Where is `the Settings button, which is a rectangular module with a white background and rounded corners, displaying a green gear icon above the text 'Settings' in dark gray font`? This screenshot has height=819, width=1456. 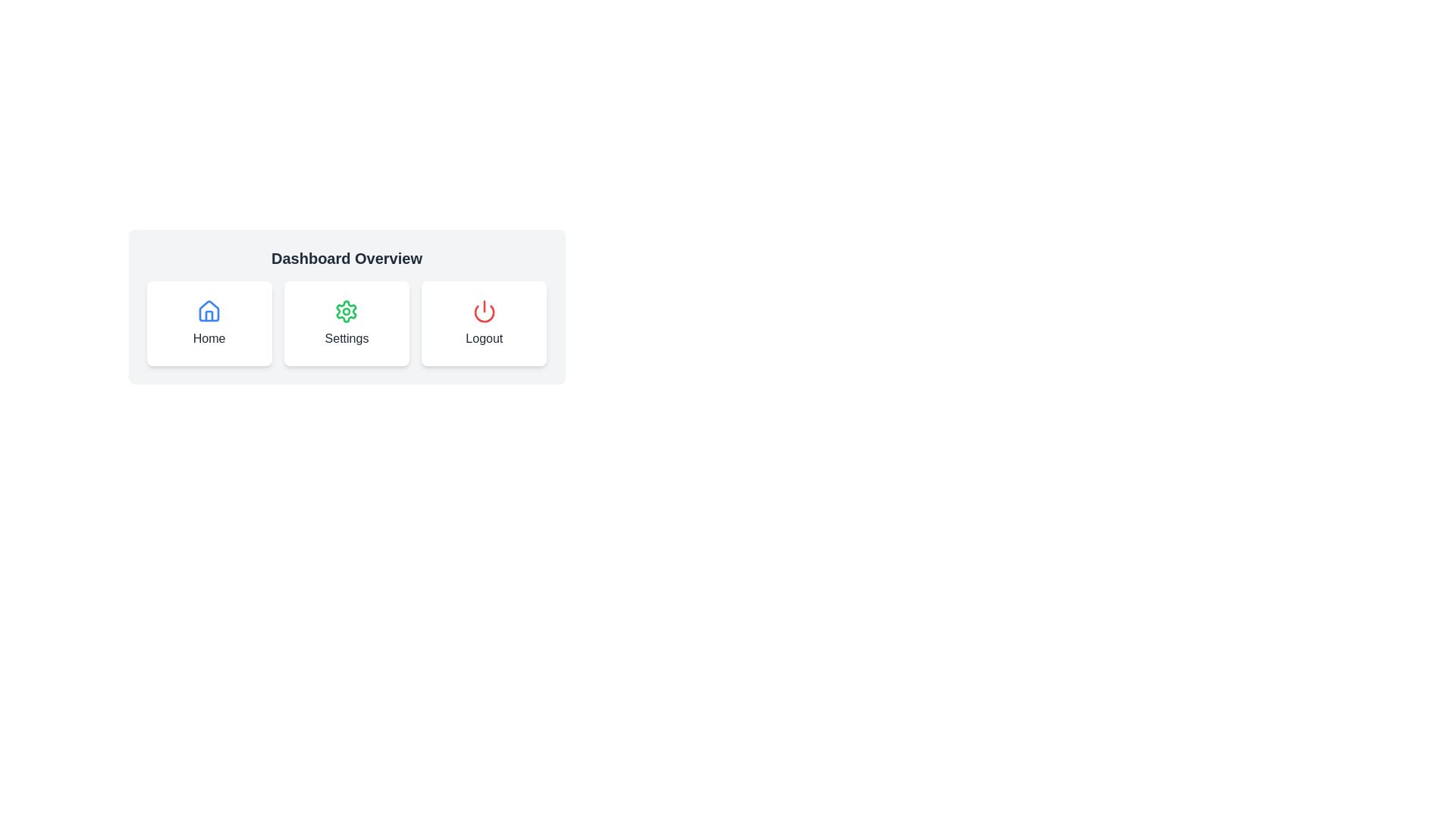 the Settings button, which is a rectangular module with a white background and rounded corners, displaying a green gear icon above the text 'Settings' in dark gray font is located at coordinates (346, 323).